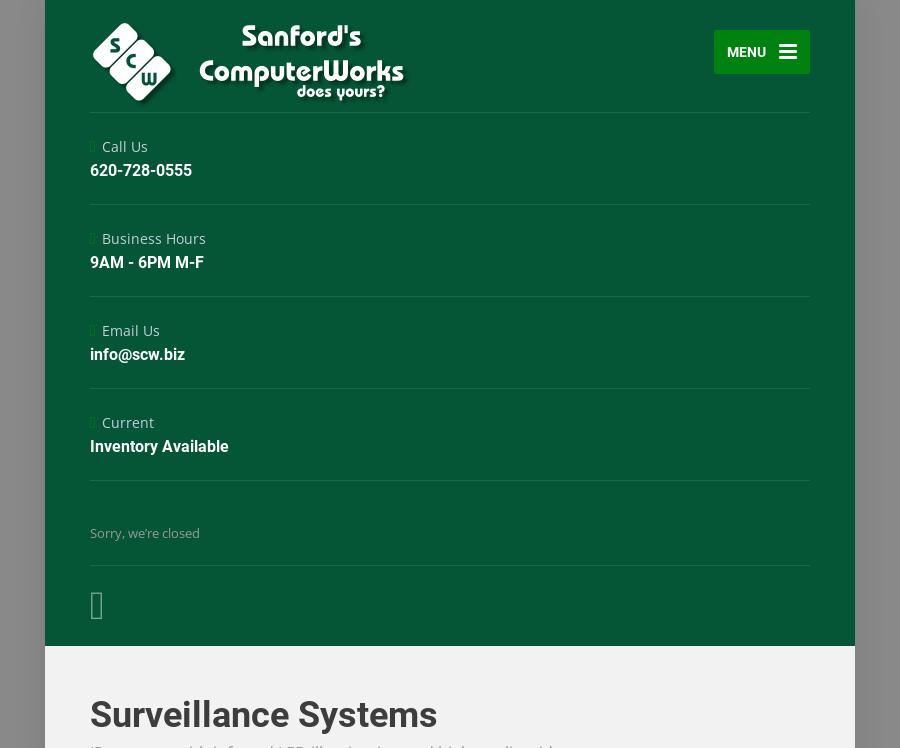 The image size is (900, 748). What do you see at coordinates (262, 712) in the screenshot?
I see `'Surveillance Systems'` at bounding box center [262, 712].